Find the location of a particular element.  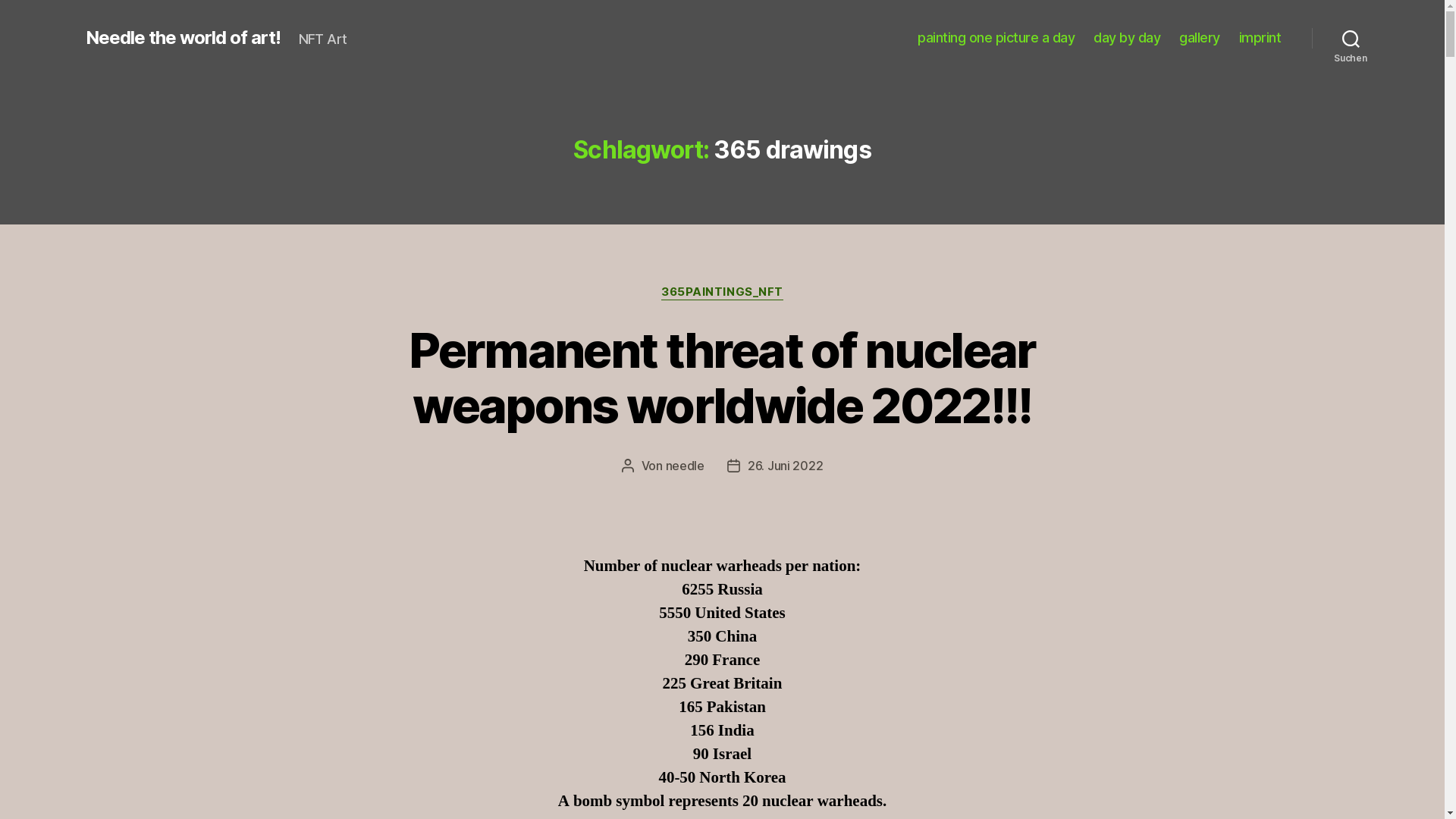

'needle' is located at coordinates (684, 464).